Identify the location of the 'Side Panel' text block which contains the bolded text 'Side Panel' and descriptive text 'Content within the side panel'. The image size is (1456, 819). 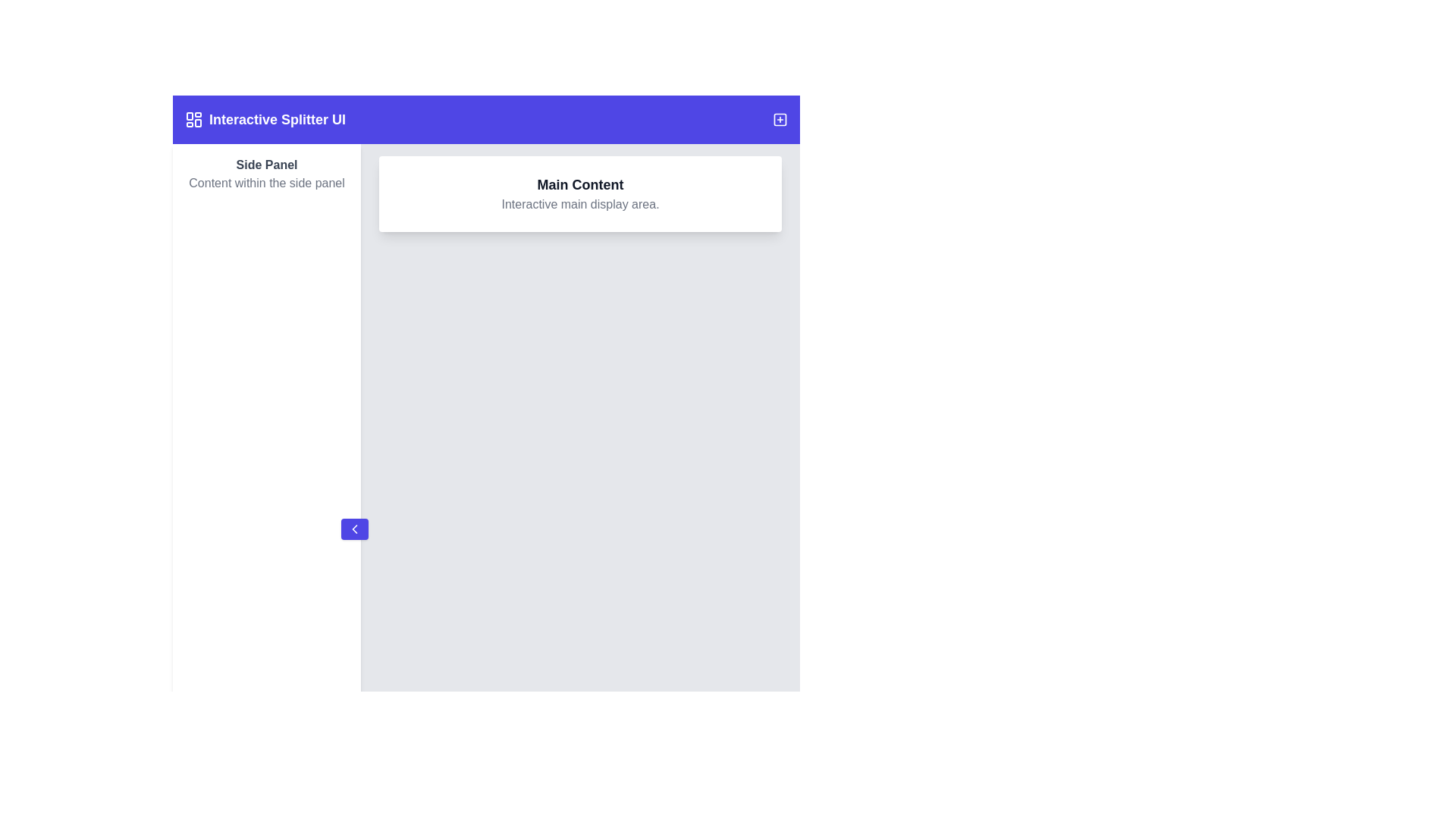
(266, 174).